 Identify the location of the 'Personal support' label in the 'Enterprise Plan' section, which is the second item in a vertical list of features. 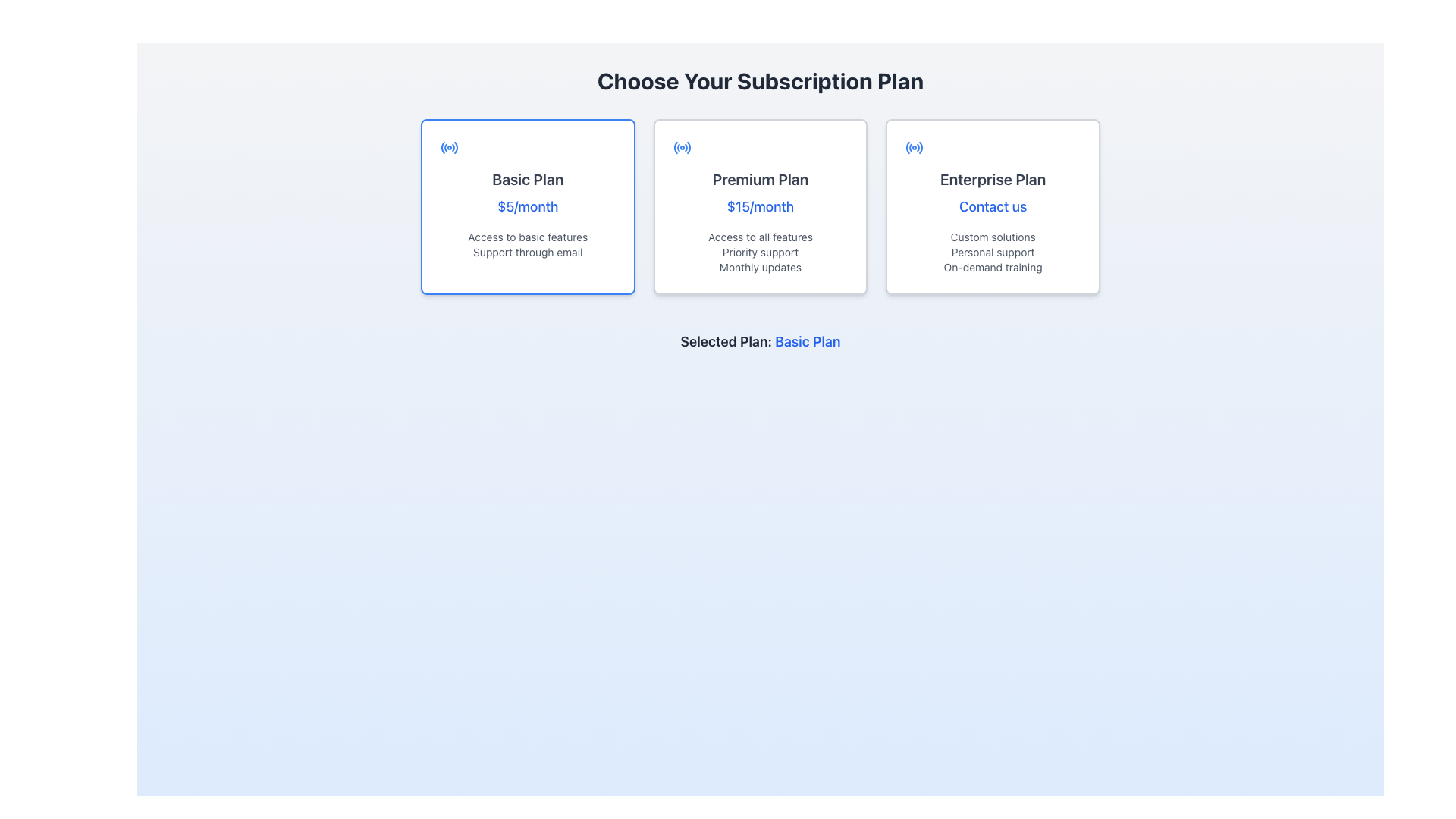
(993, 251).